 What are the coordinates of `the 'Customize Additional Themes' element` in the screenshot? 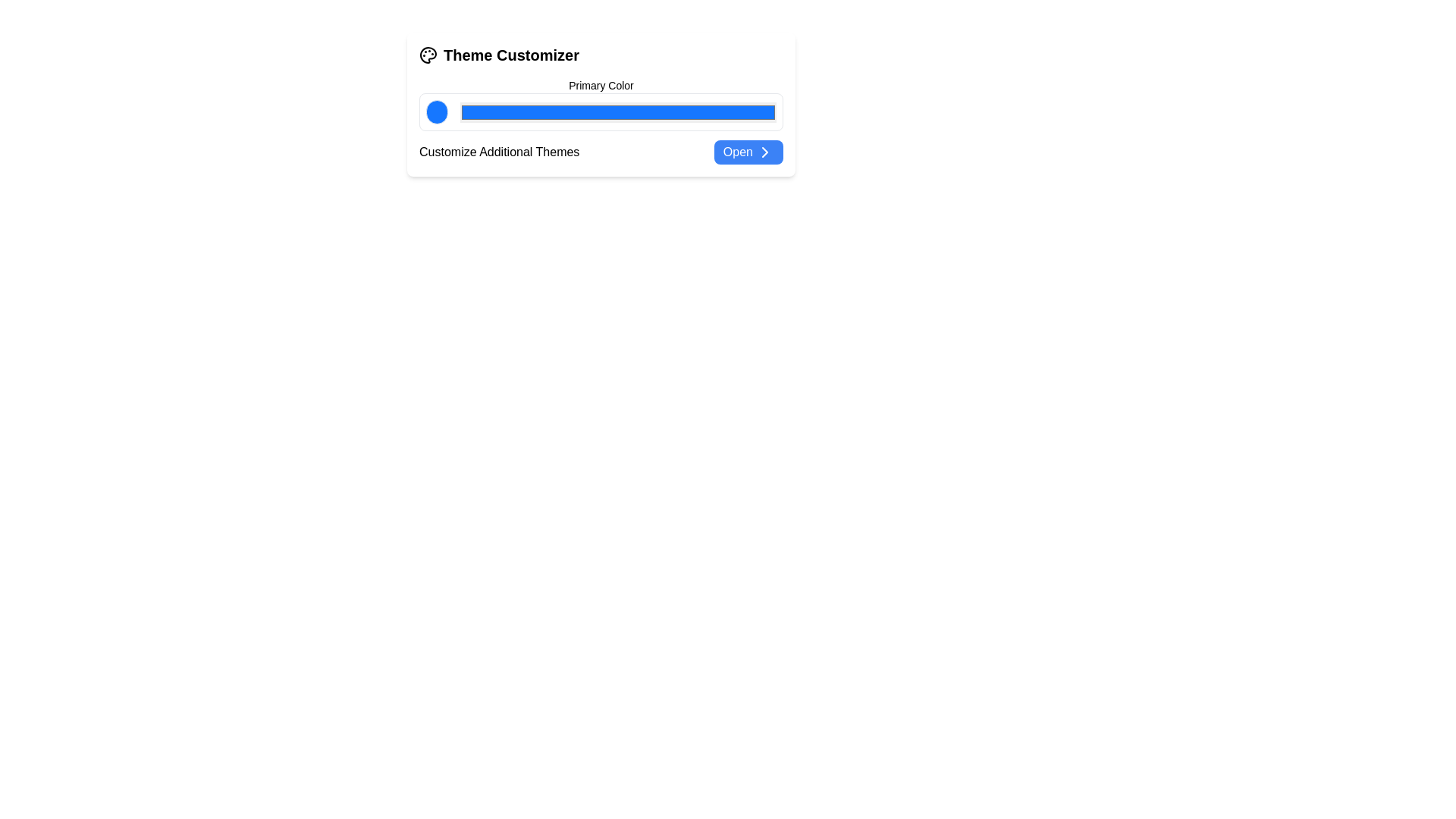 It's located at (600, 152).